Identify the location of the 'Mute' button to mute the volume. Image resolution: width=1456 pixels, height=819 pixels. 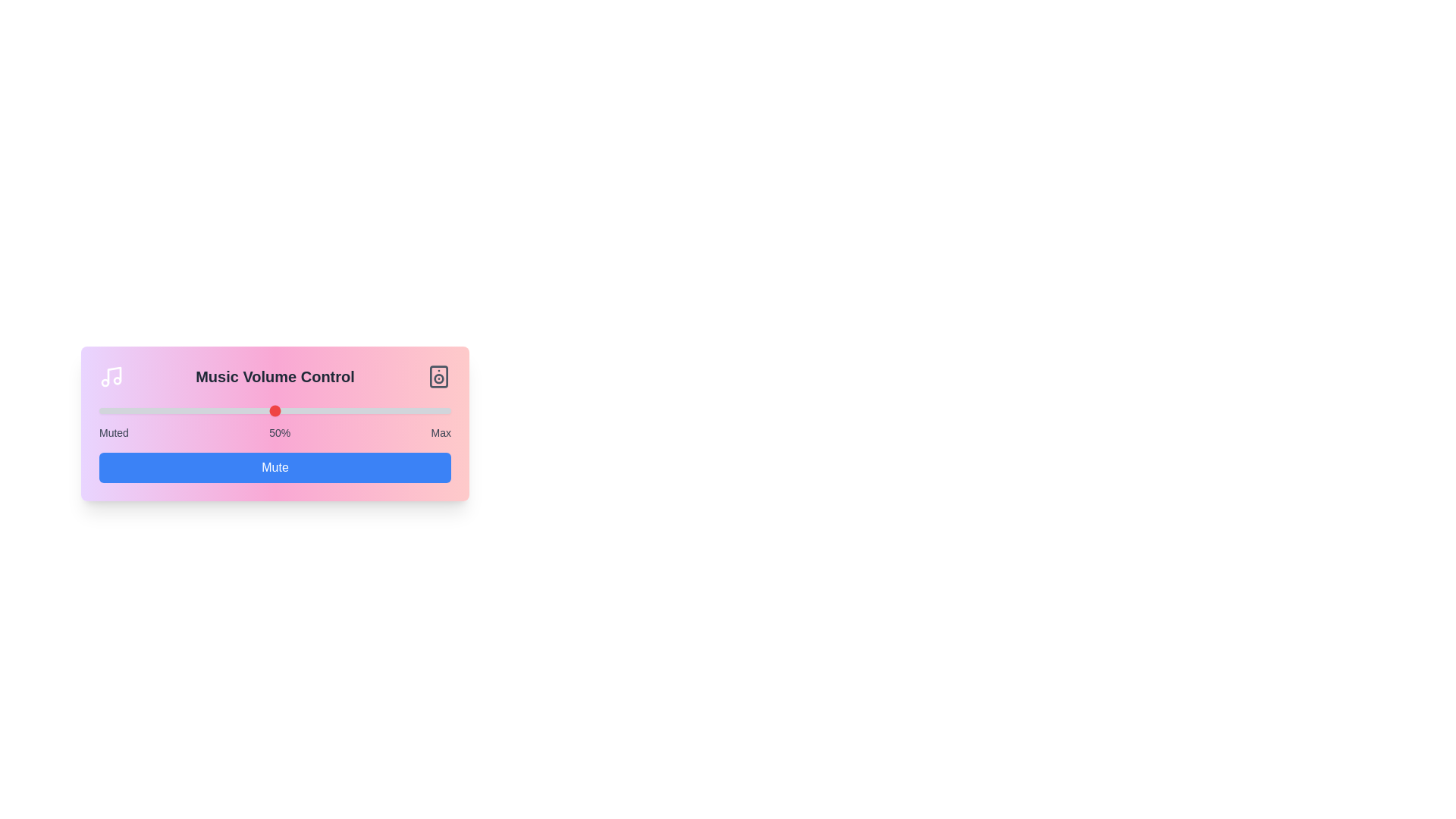
(275, 467).